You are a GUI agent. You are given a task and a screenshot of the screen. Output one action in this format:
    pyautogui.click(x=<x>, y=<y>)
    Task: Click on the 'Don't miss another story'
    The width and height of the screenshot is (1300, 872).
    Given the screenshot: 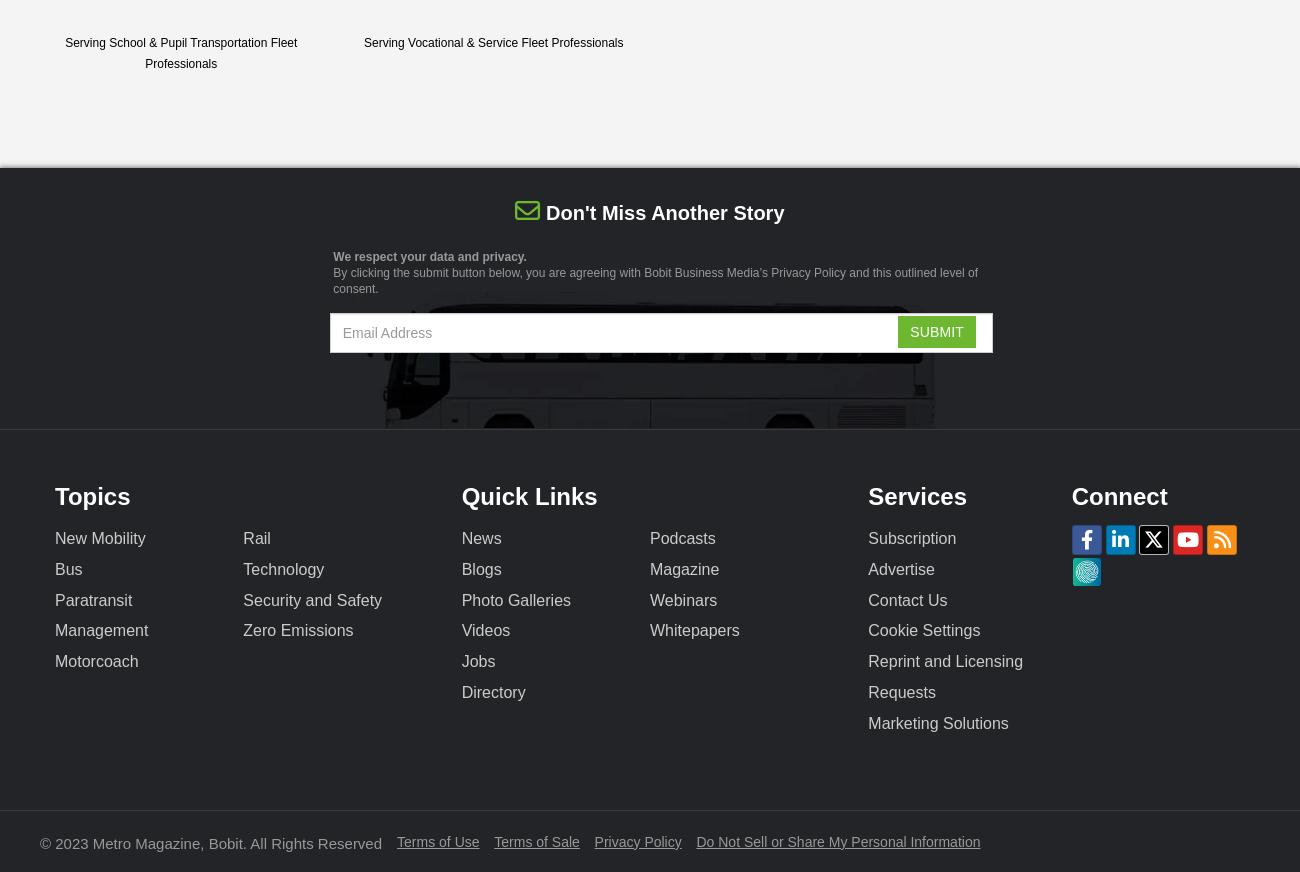 What is the action you would take?
    pyautogui.click(x=663, y=213)
    